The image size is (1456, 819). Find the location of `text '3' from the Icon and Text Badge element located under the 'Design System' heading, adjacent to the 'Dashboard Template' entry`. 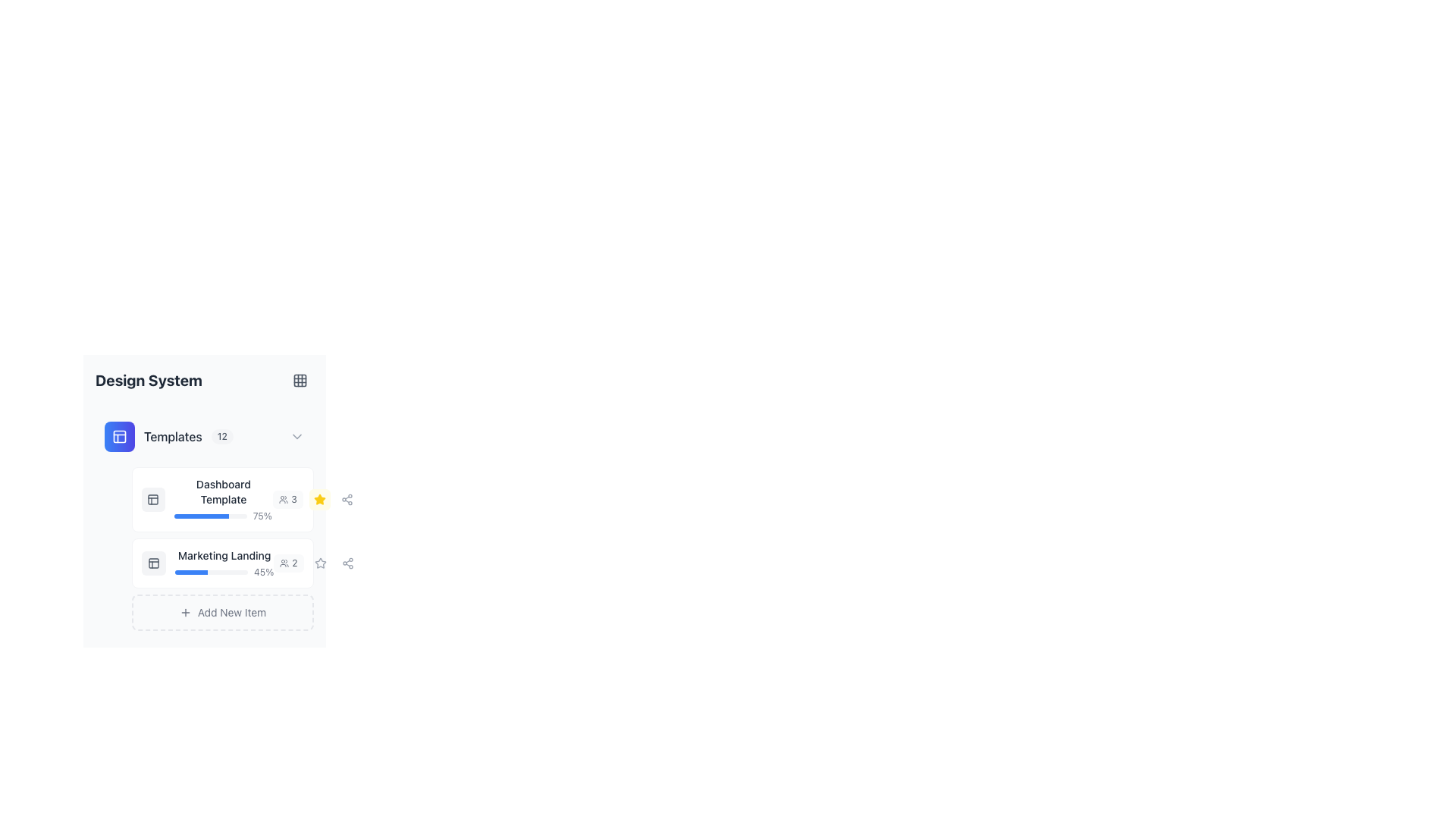

text '3' from the Icon and Text Badge element located under the 'Design System' heading, adjacent to the 'Dashboard Template' entry is located at coordinates (287, 500).